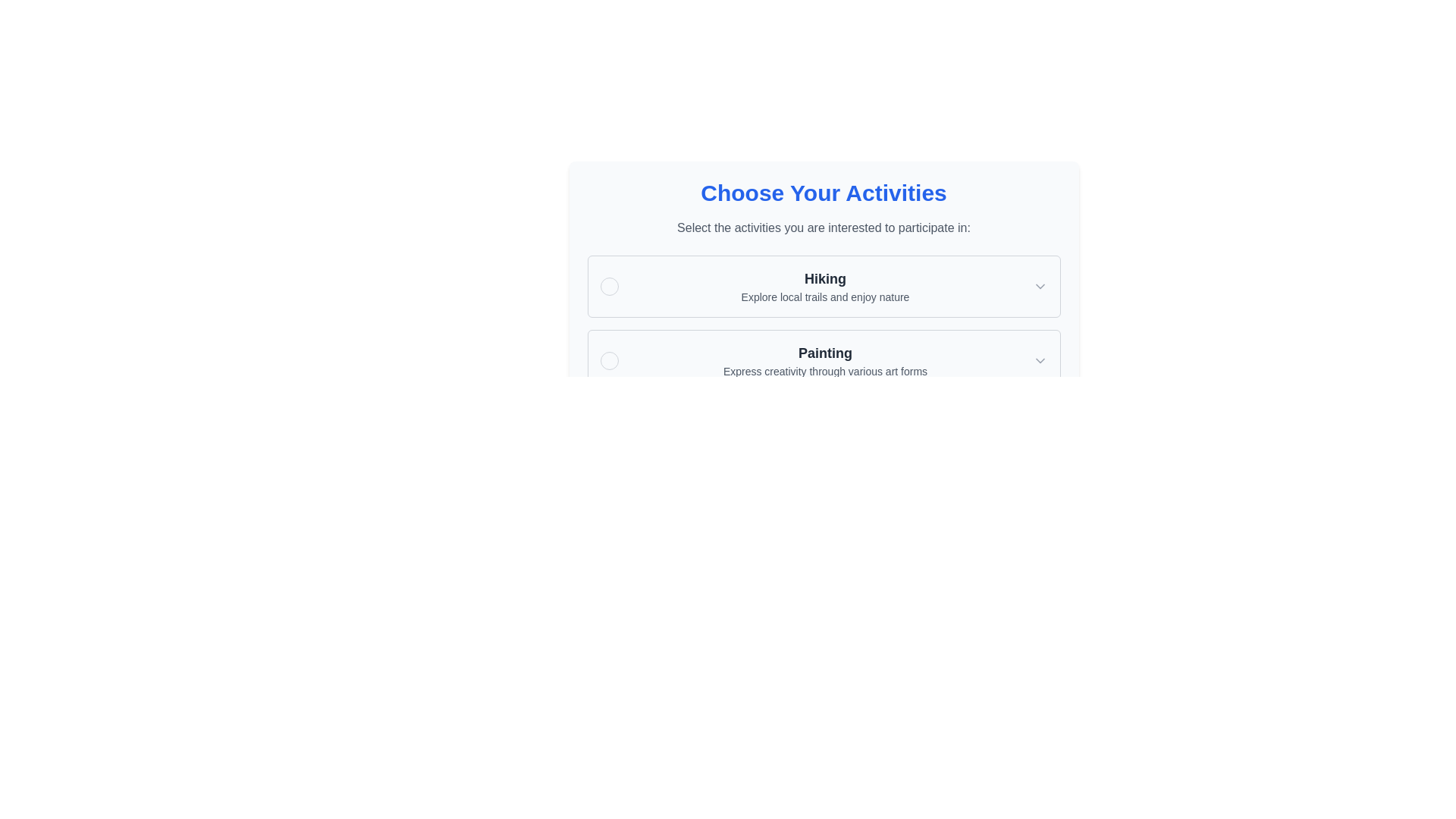 The height and width of the screenshot is (819, 1456). Describe the element at coordinates (824, 297) in the screenshot. I see `the text label displaying 'Explore local trails and enjoy nature', which is a subtle description below the 'Hiking' title` at that location.